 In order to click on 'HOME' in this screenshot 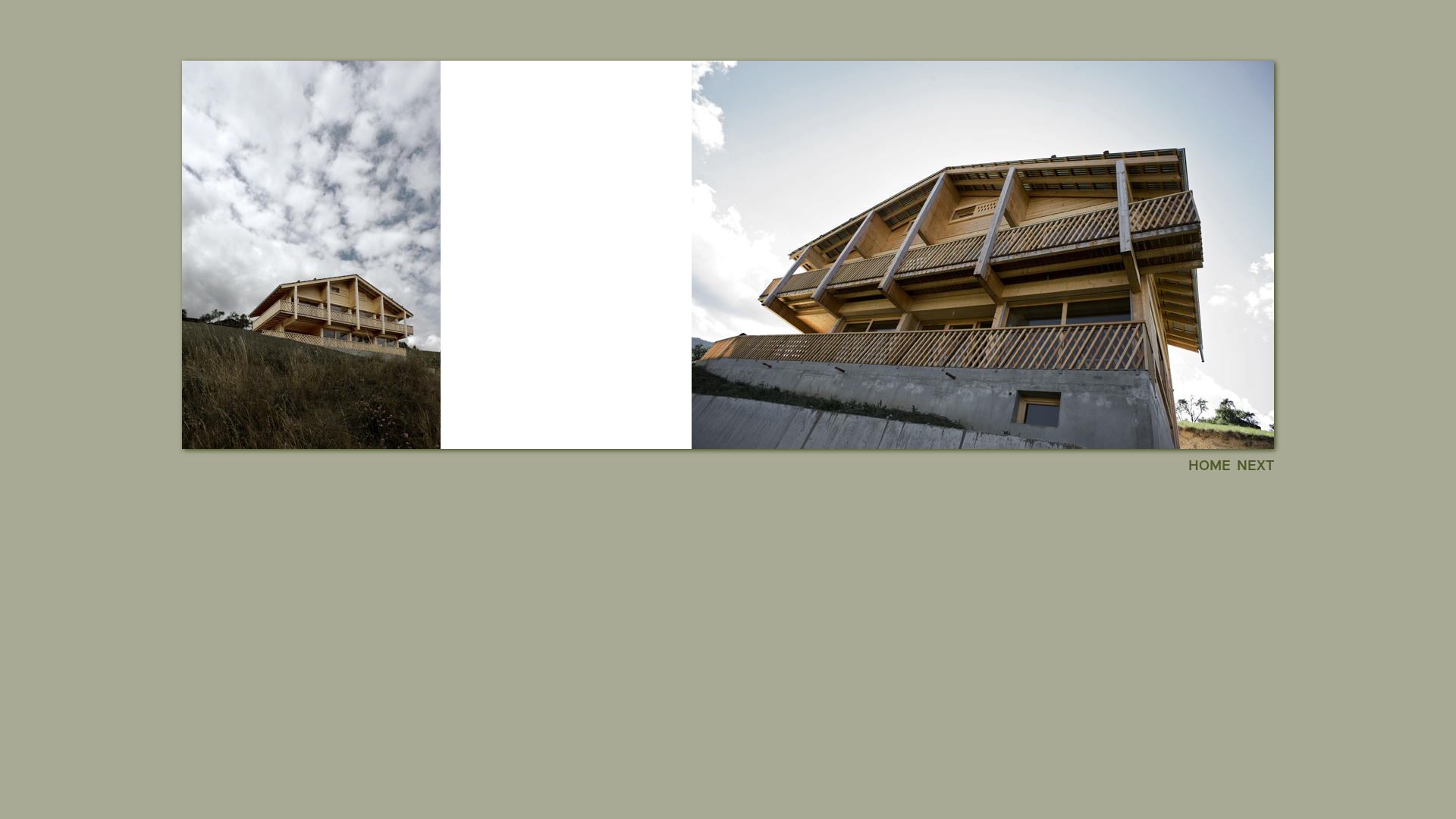, I will do `click(1208, 465)`.